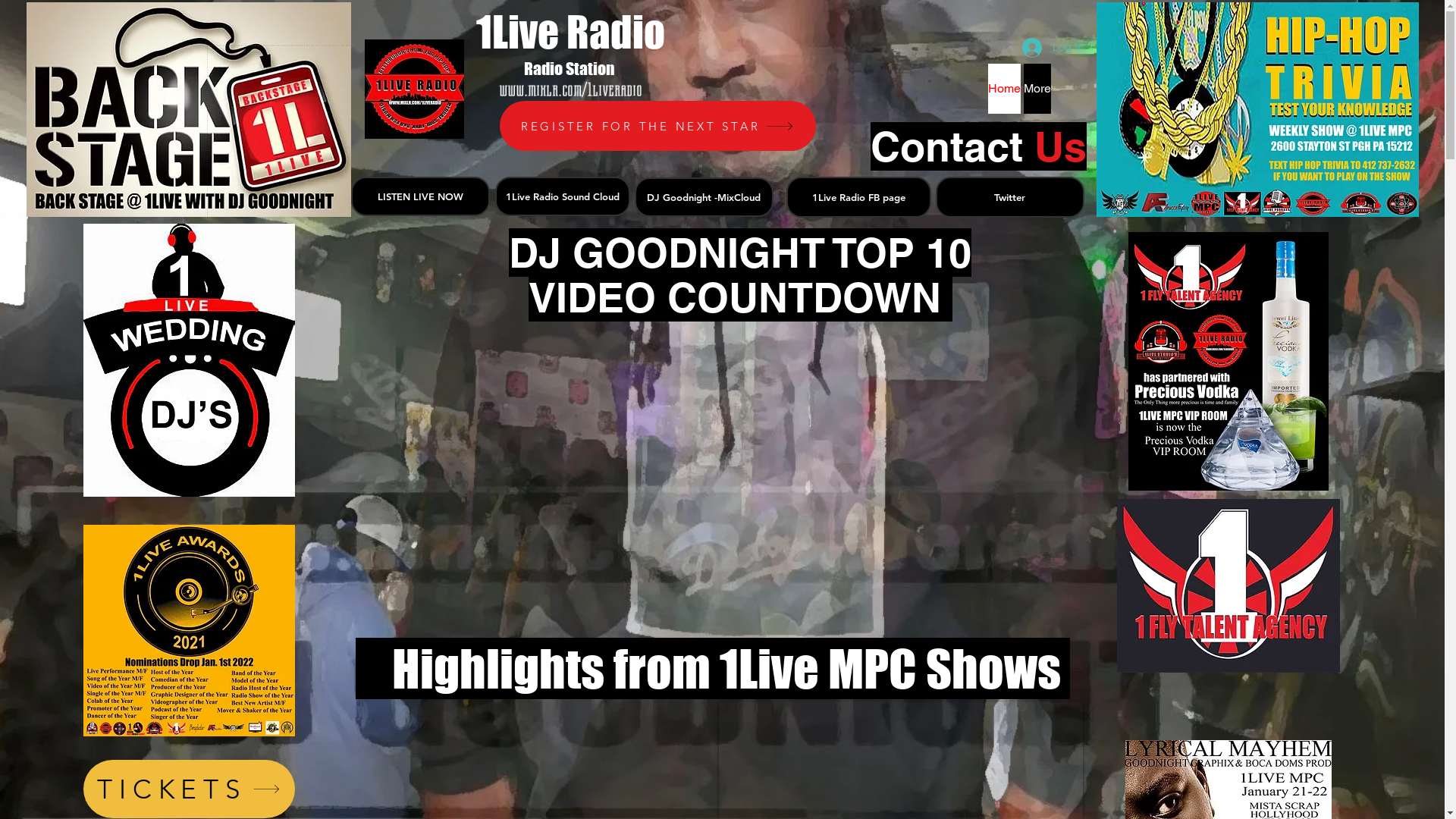  Describe the element at coordinates (657, 124) in the screenshot. I see `'REGISTER FOR THE NEXT STAR'` at that location.